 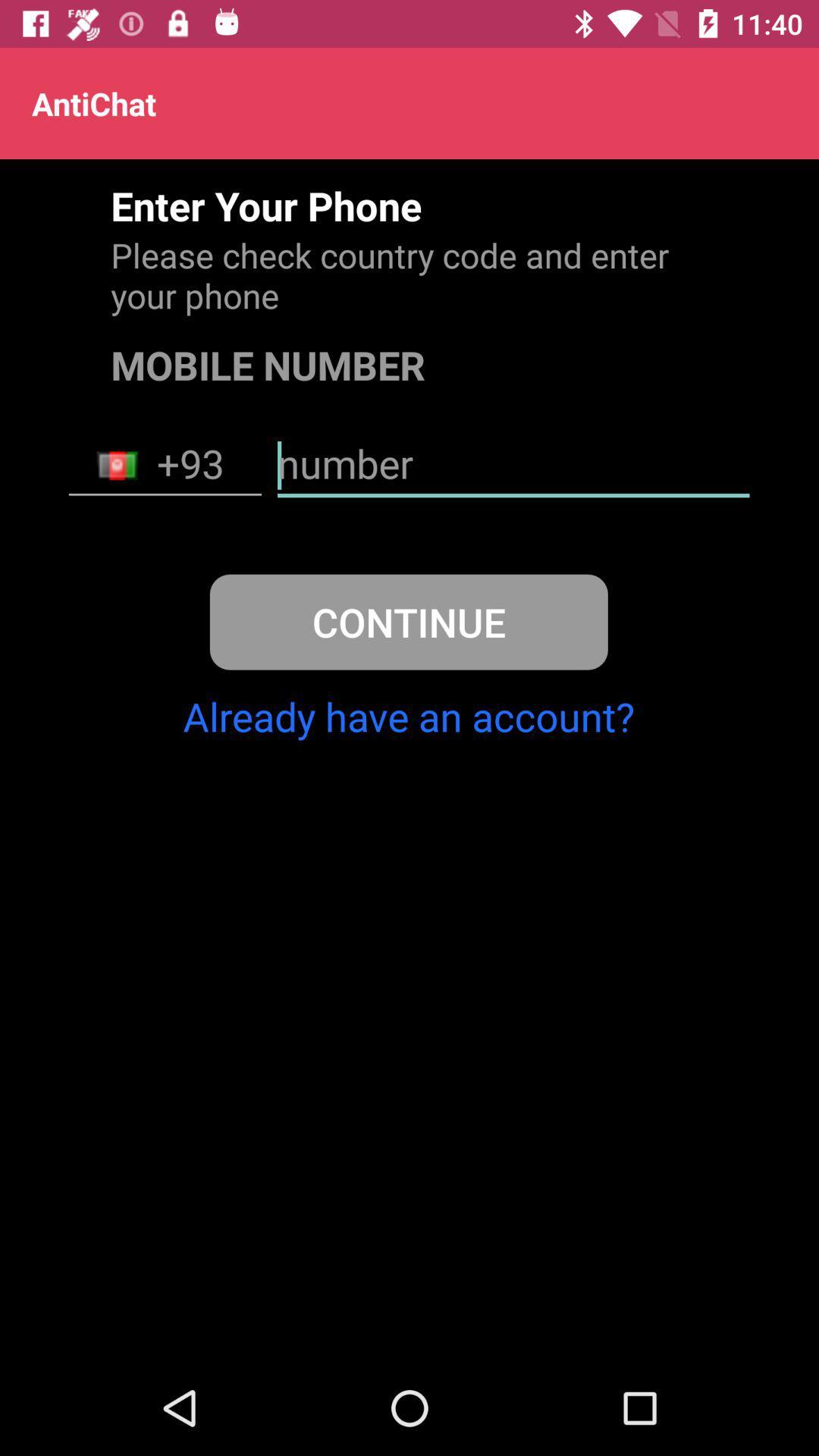 I want to click on already have an icon, so click(x=408, y=715).